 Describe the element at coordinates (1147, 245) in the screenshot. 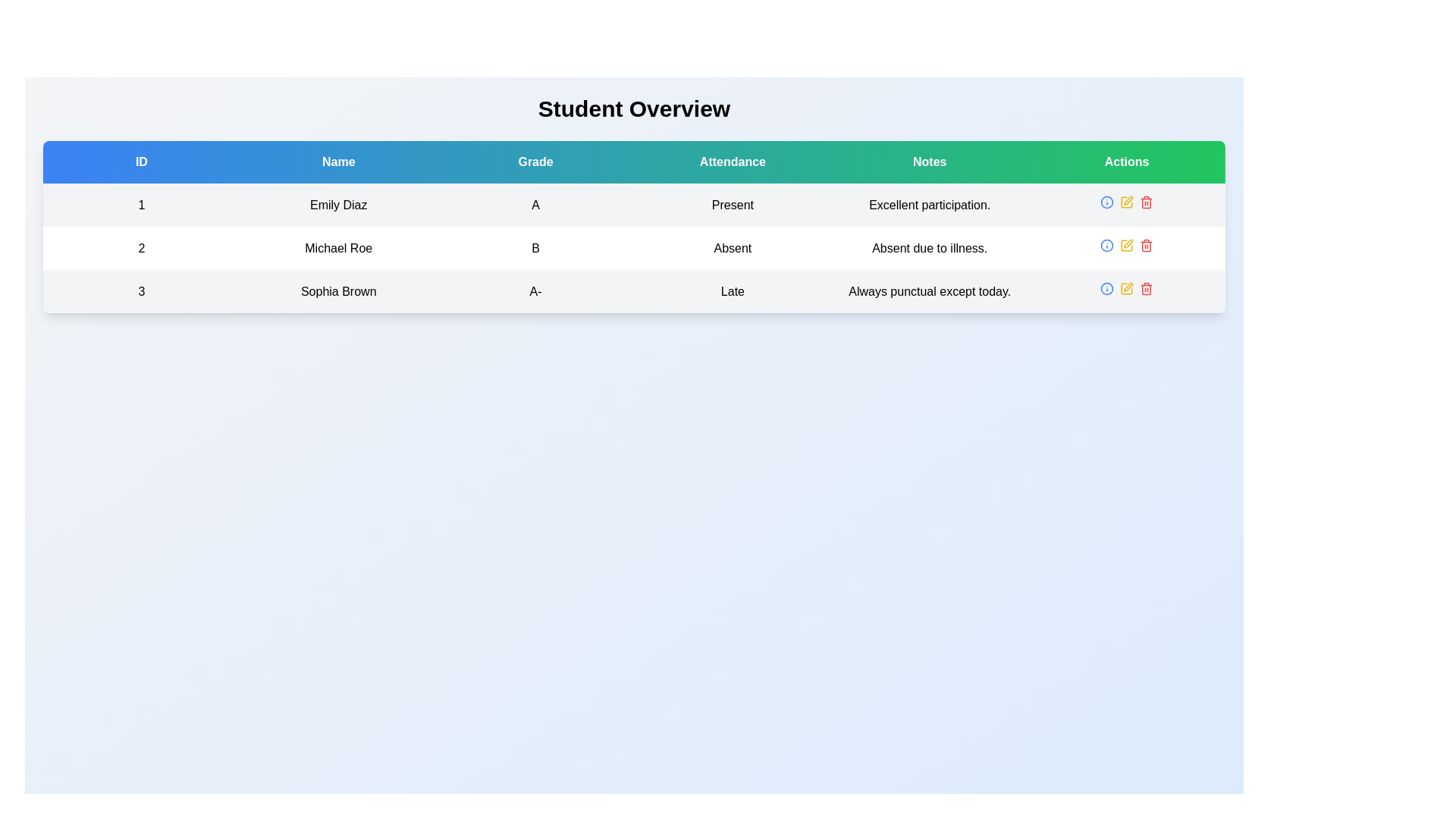

I see `the delete icon located in the rightmost position of the 'Actions' column for the second data row` at that location.